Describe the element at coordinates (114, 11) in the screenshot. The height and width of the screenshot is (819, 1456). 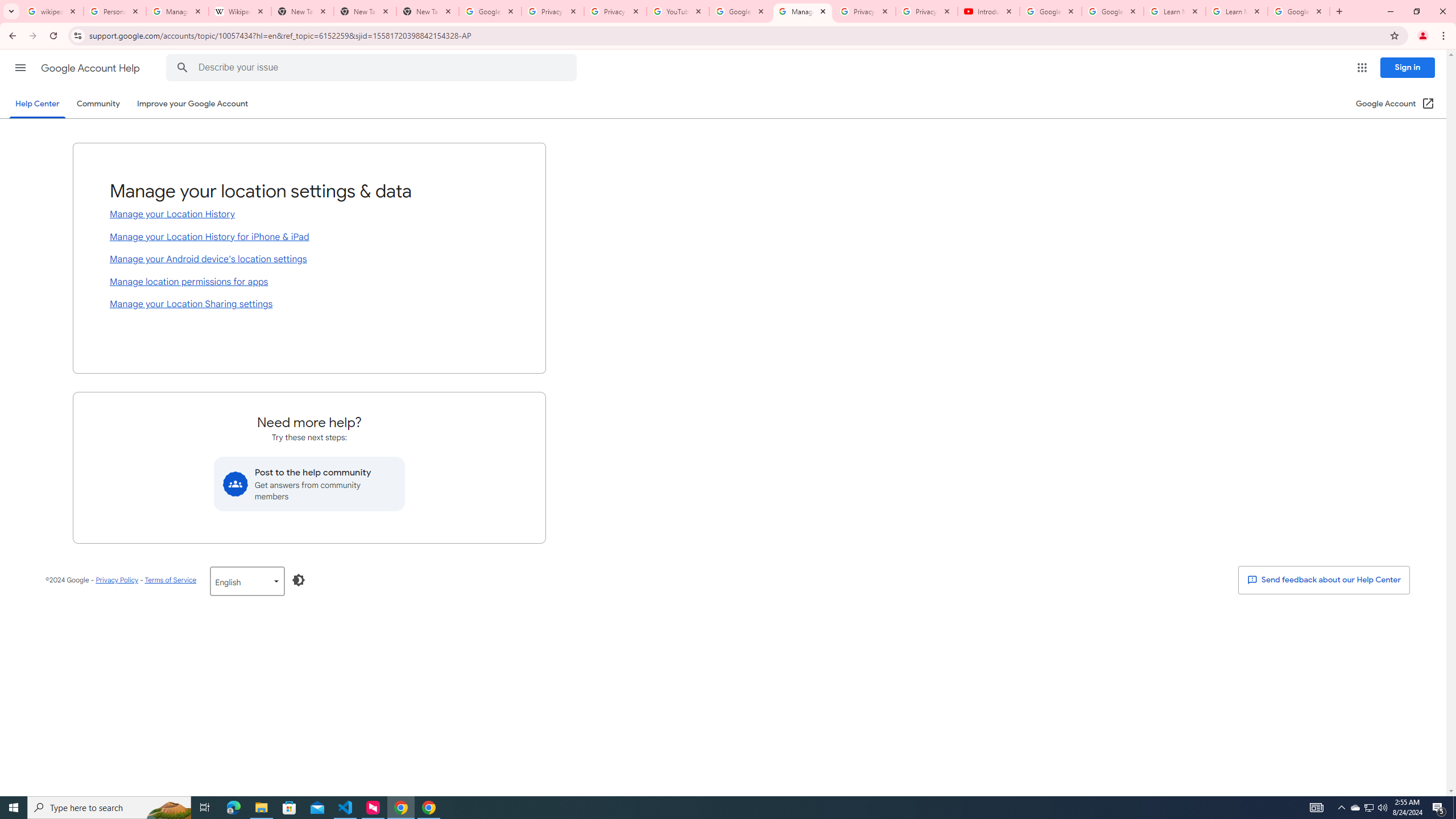
I see `'Personalization & Google Search results - Google Search Help'` at that location.